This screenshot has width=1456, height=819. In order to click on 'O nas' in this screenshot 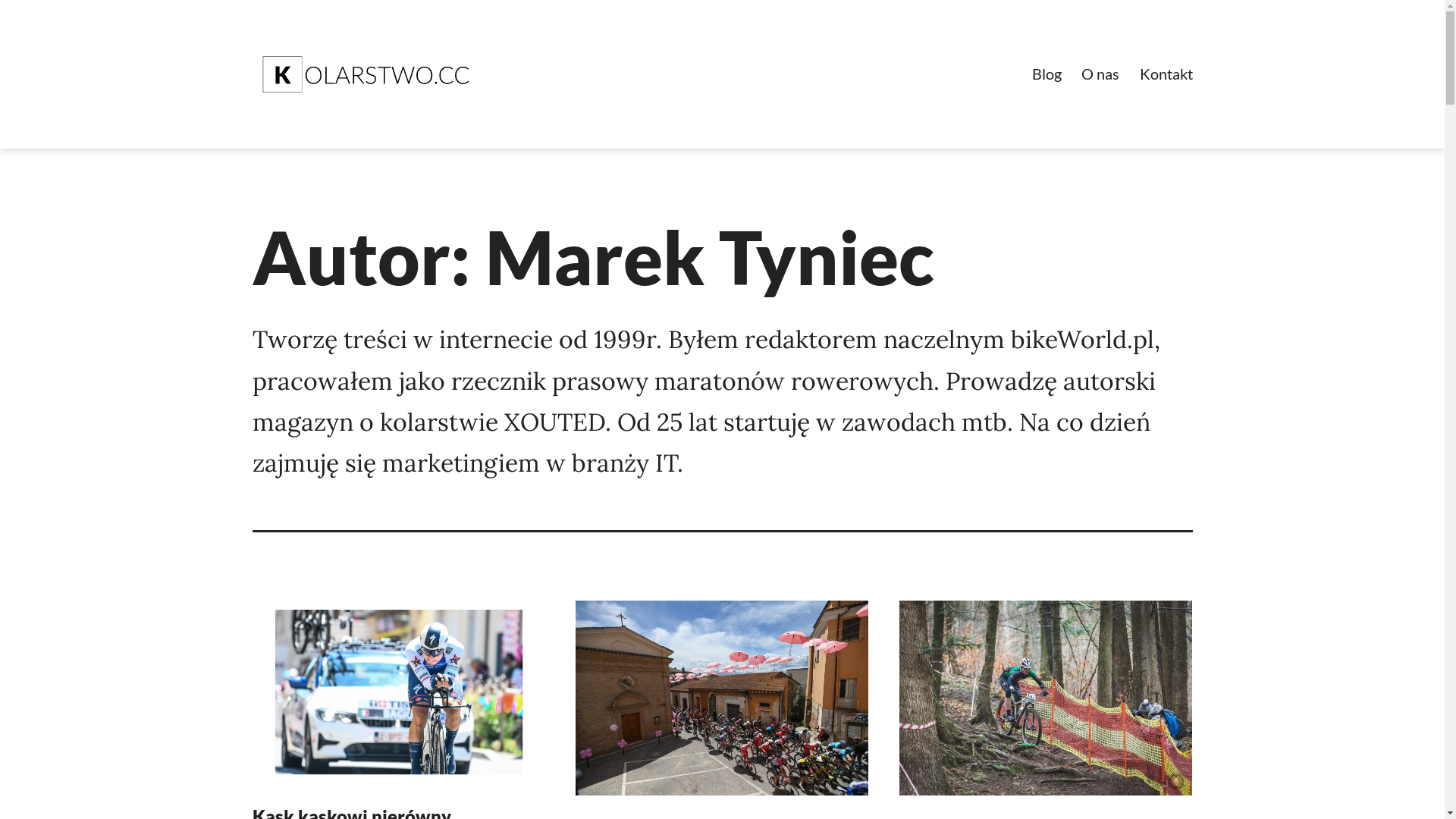, I will do `click(1100, 74)`.